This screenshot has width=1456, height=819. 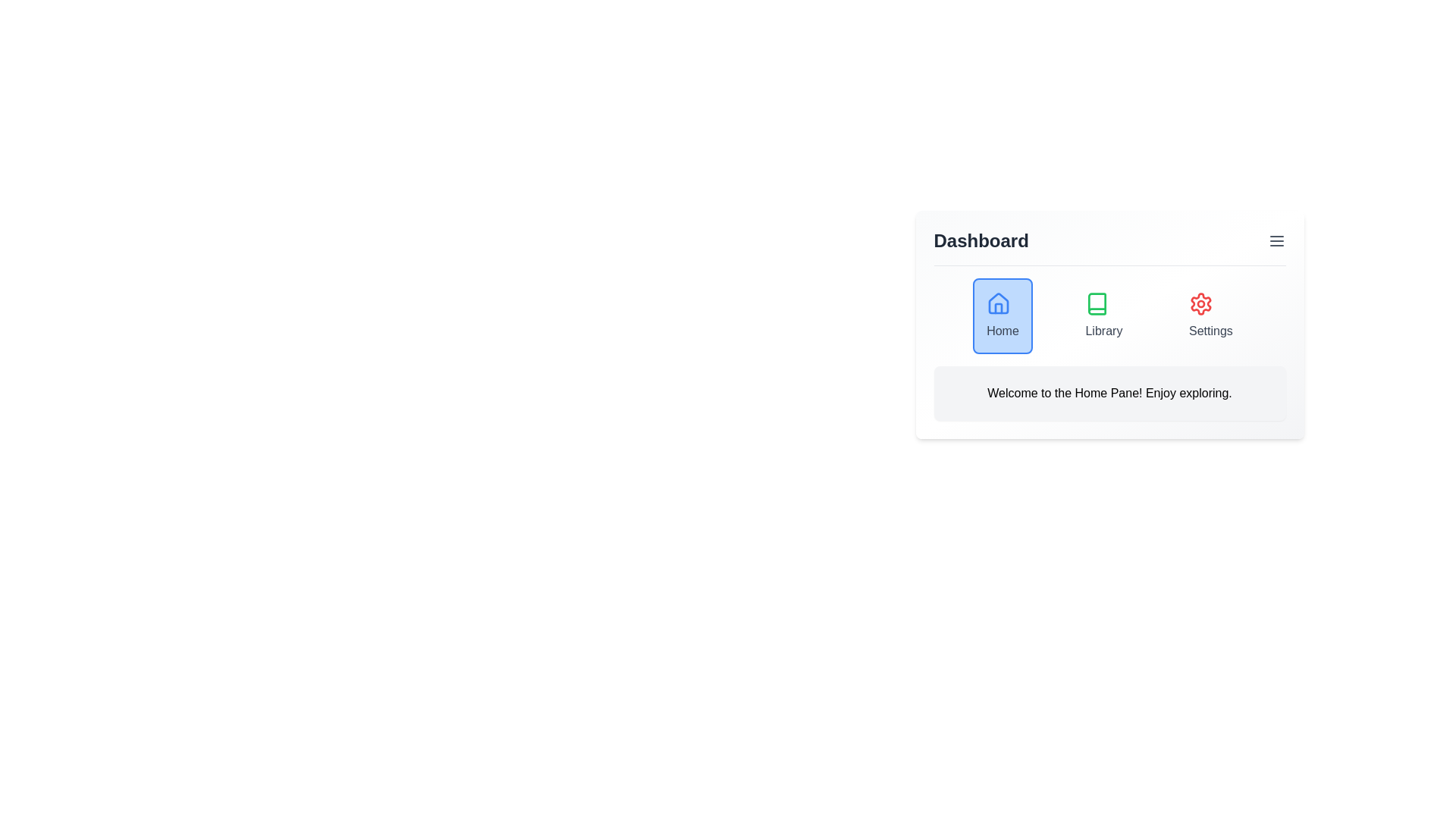 I want to click on the 'Library' icon located in the main dashboard's navigation panel, so click(x=1097, y=304).